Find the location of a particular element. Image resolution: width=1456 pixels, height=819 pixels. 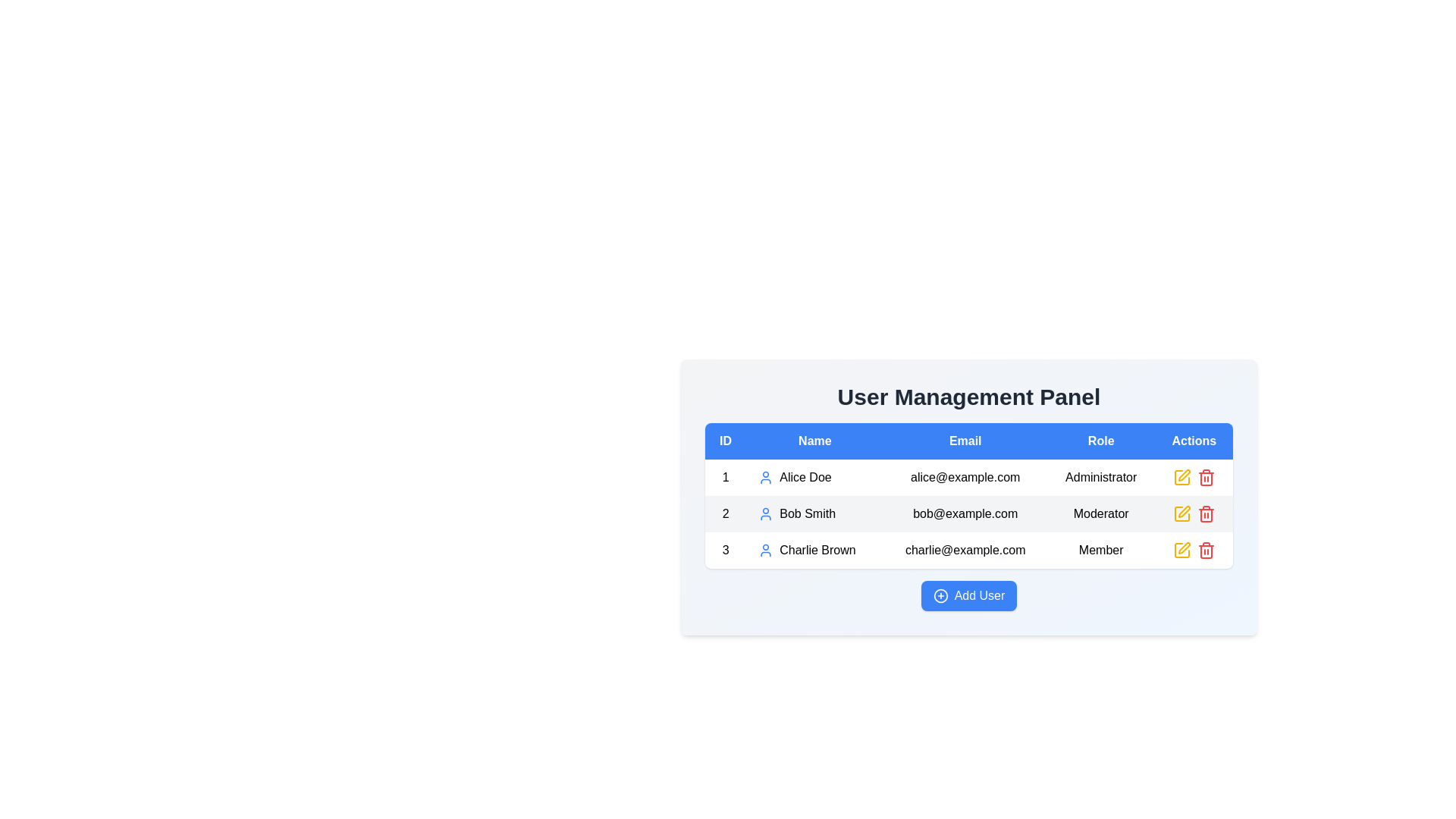

the table header row element that spans horizontally across the top of the user management panel, which provides descriptive labels for the columns of user data is located at coordinates (968, 441).